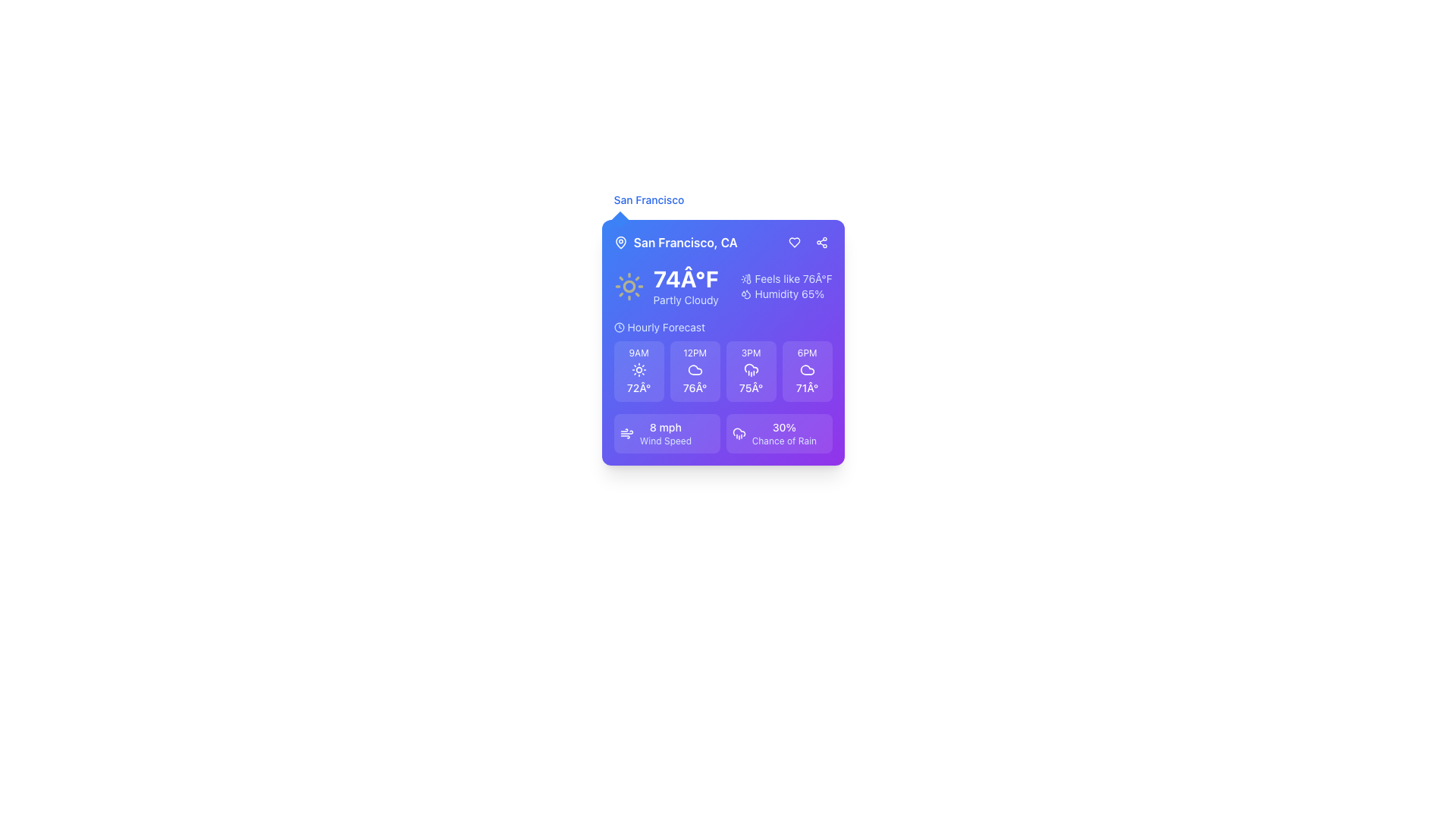 The width and height of the screenshot is (1456, 819). I want to click on the Text Label that describes the associated numeric value '30%', which provides context for the probability of rain in the bottom-right corner of the interface, so click(784, 441).